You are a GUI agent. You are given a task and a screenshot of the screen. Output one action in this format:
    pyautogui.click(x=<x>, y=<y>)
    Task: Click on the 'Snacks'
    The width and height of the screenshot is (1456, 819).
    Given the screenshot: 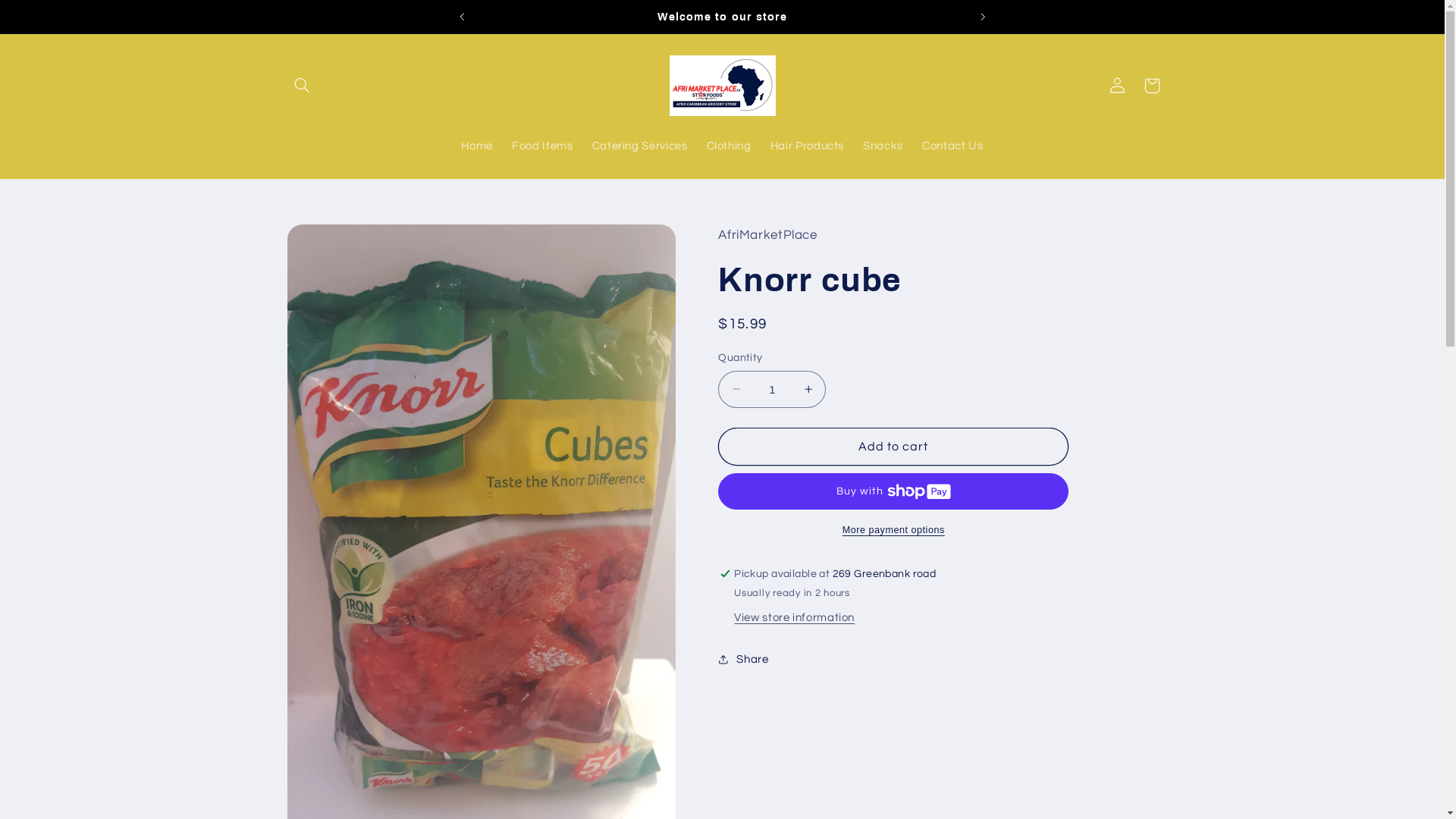 What is the action you would take?
    pyautogui.click(x=883, y=146)
    